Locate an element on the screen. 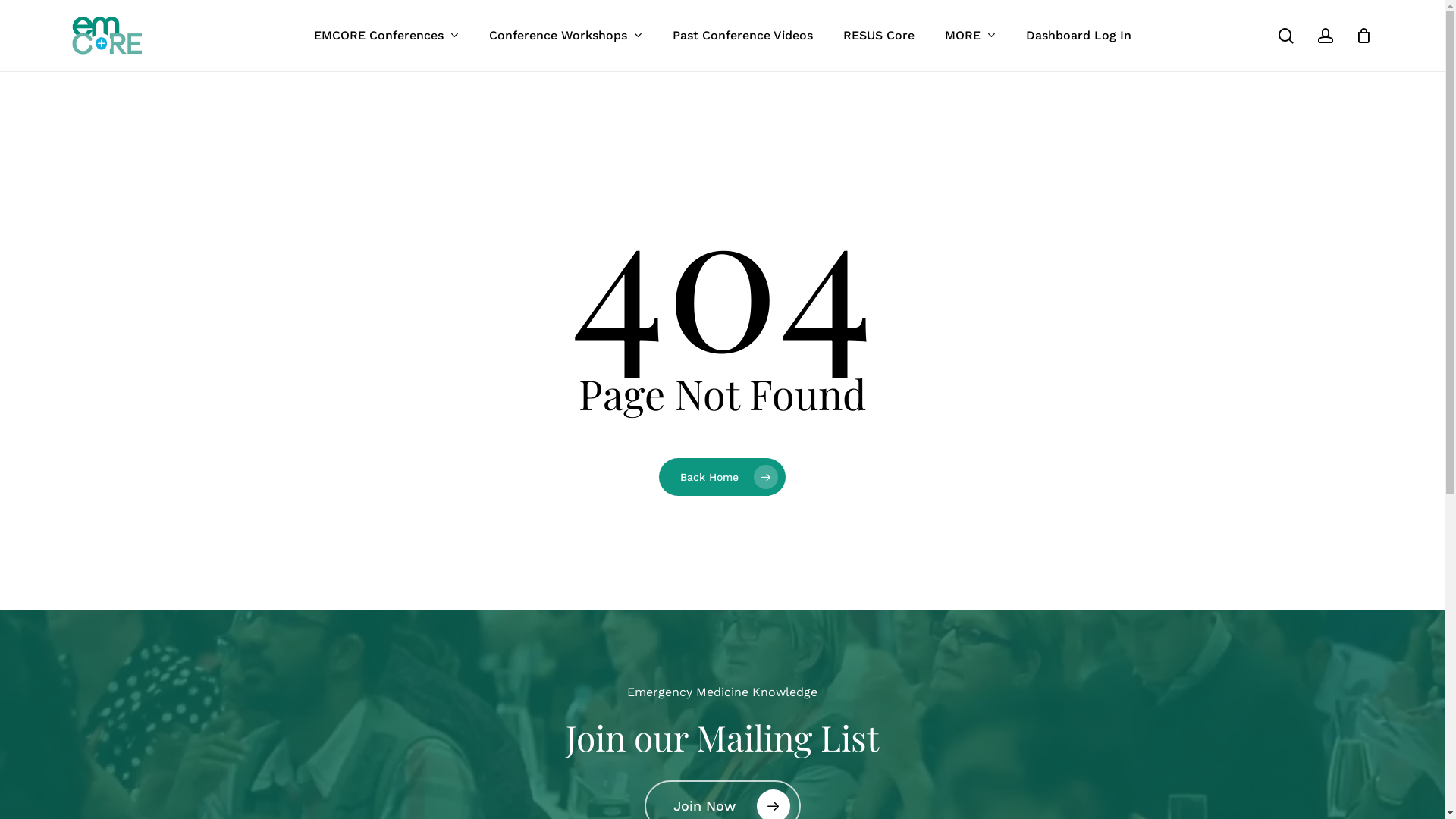 The height and width of the screenshot is (819, 1456). 'EMCORE Conferences' is located at coordinates (386, 34).